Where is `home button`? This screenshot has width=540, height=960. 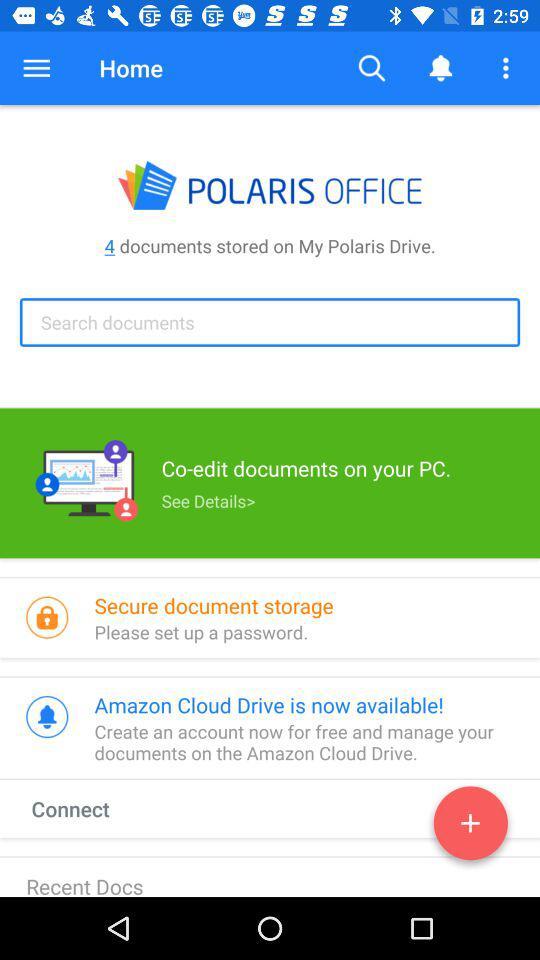
home button is located at coordinates (131, 68).